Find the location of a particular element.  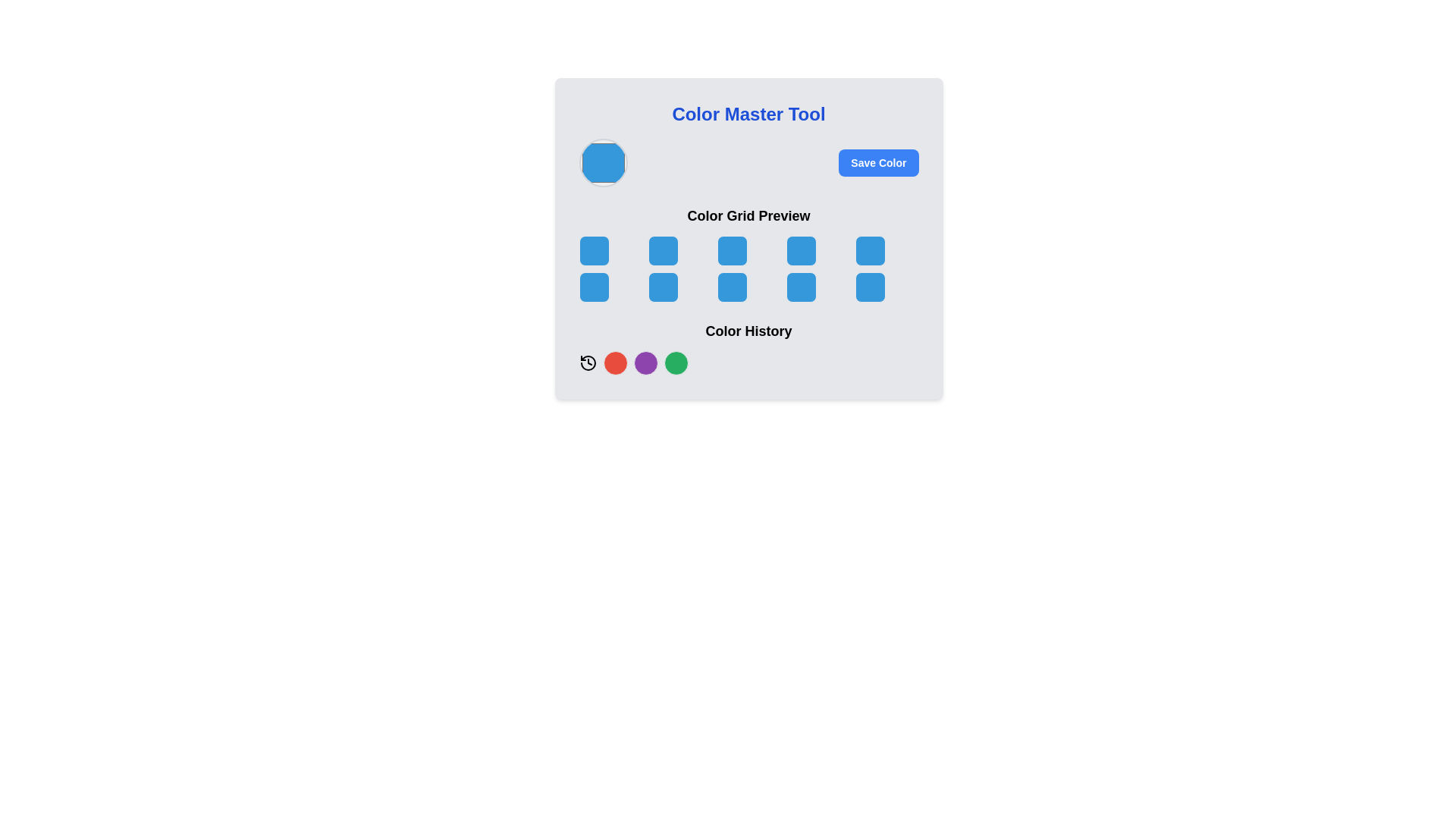

the last circular color indicator in the 'Color History' section to interact with the green color option is located at coordinates (675, 362).